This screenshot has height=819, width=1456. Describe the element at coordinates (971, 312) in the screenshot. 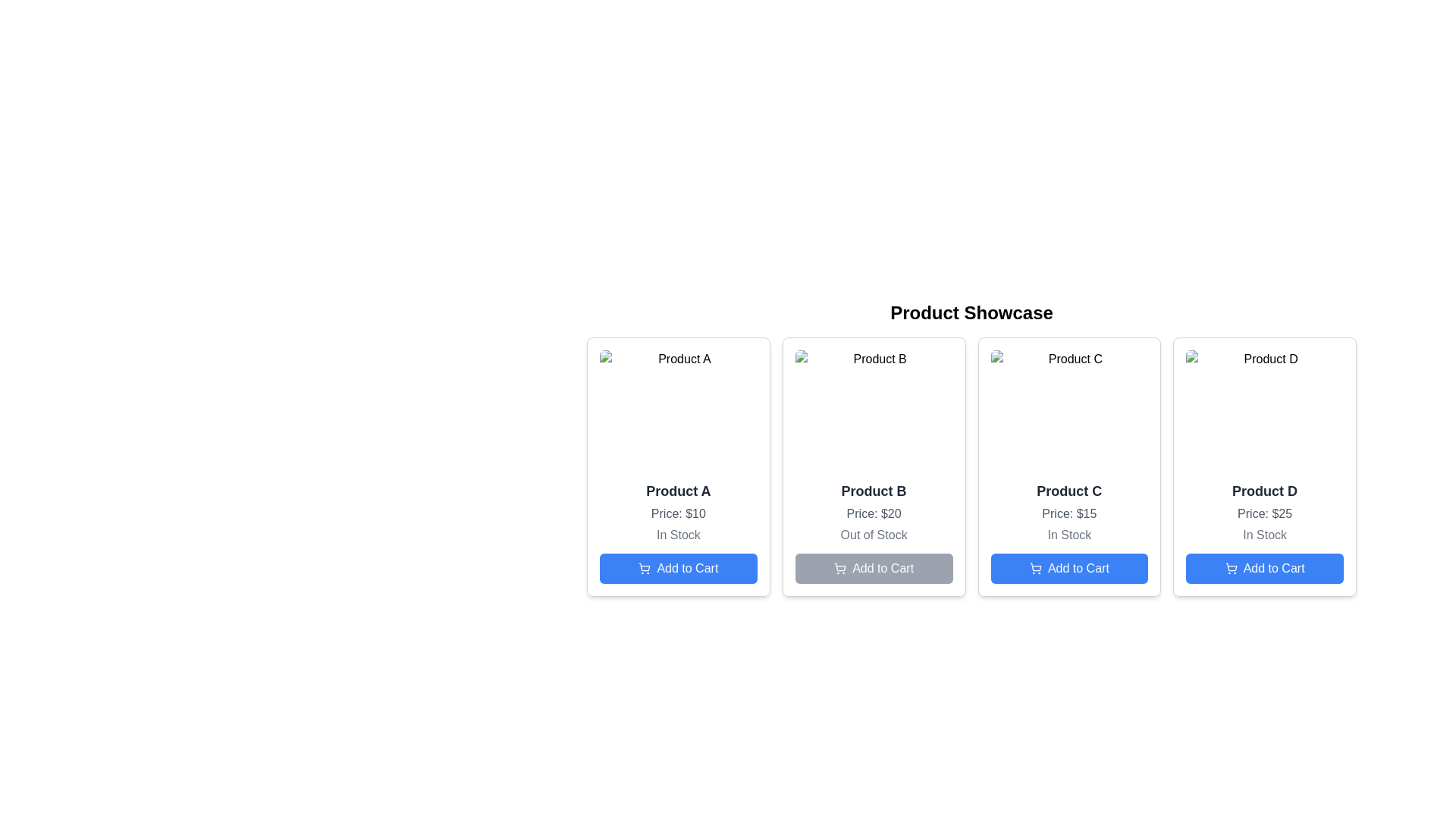

I see `the bold and large text label displaying 'Product Showcase', which is positioned at the top of the section containing product cards` at that location.